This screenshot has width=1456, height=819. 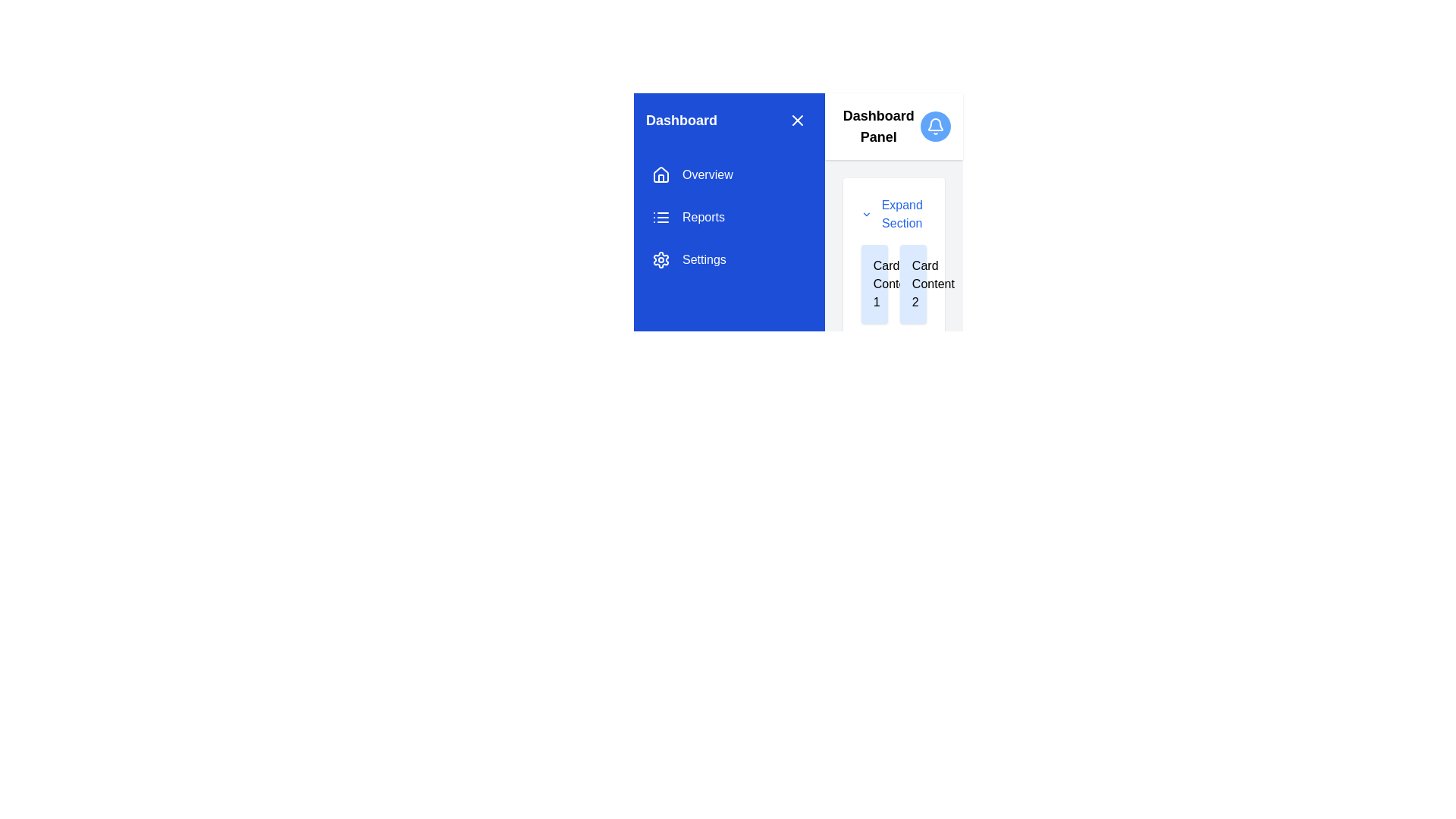 I want to click on the close button located at the top-right corner of the 'Dashboard' sidebar, so click(x=796, y=119).